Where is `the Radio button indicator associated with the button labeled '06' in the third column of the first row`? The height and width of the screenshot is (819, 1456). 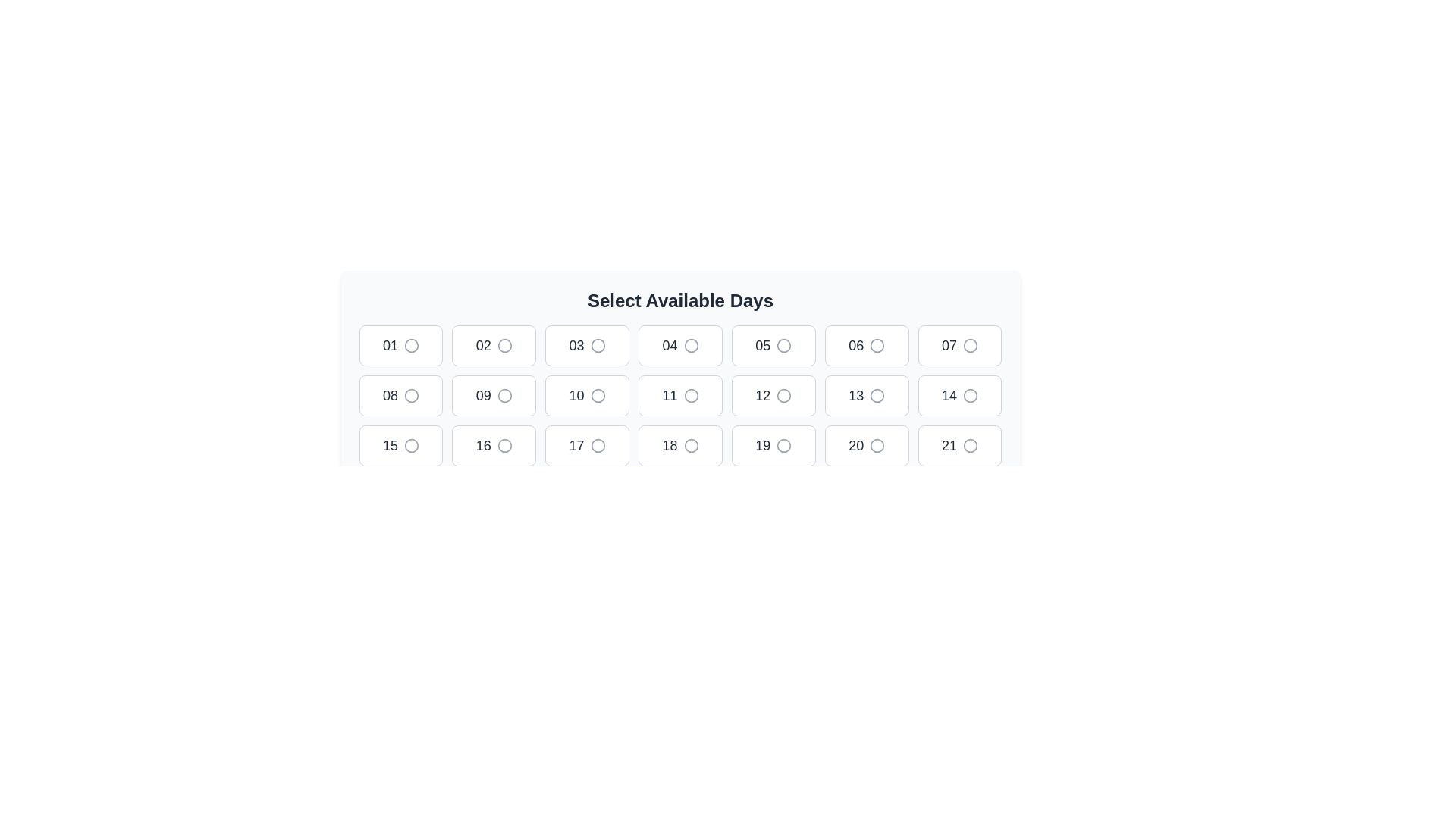
the Radio button indicator associated with the button labeled '06' in the third column of the first row is located at coordinates (877, 345).